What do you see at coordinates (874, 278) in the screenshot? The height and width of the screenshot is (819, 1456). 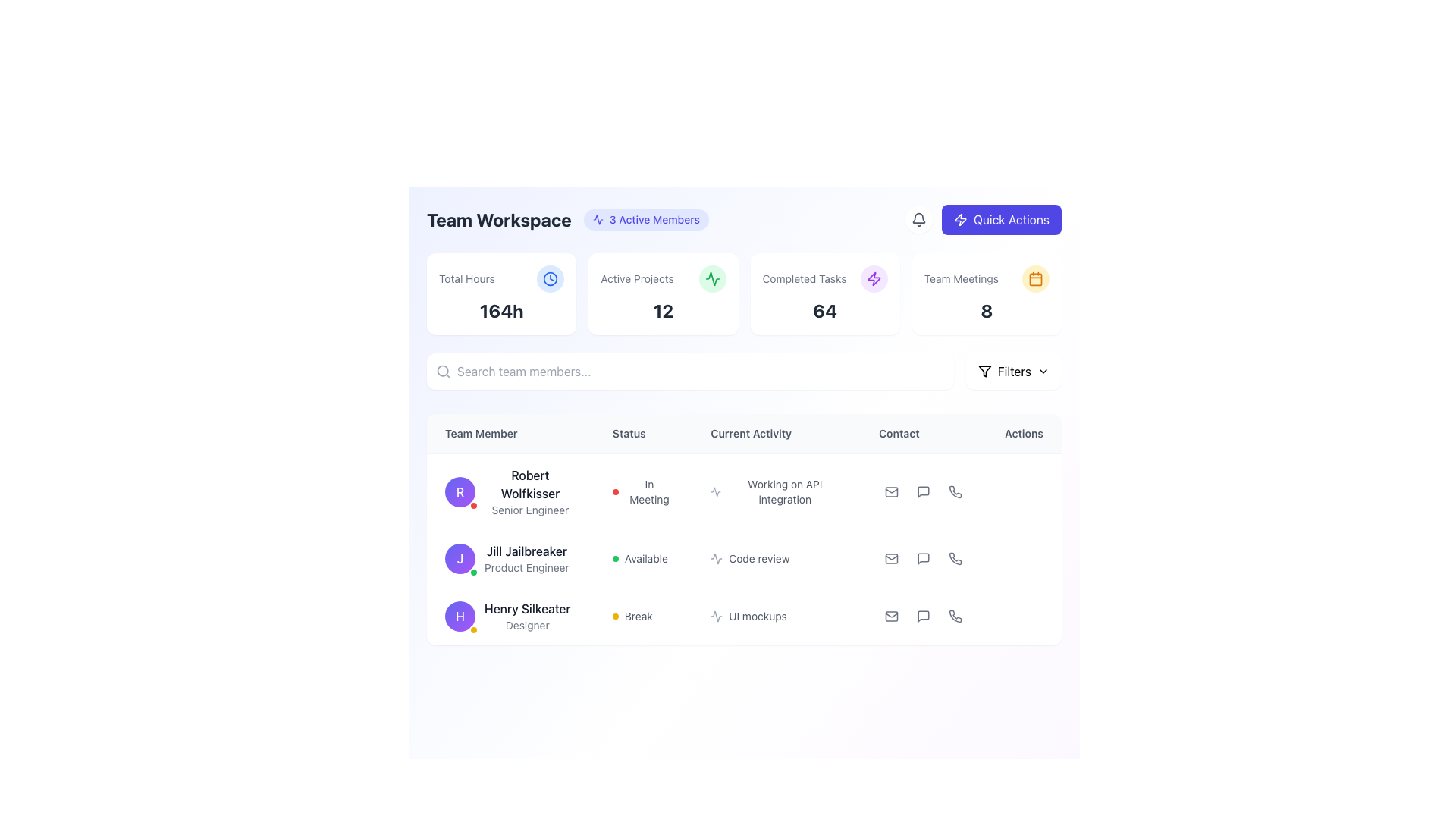 I see `the decorative graphical icon located at the top center-right of the interface, adjacent to the numerical indicator '64' under the 'Completed Tasks' section` at bounding box center [874, 278].